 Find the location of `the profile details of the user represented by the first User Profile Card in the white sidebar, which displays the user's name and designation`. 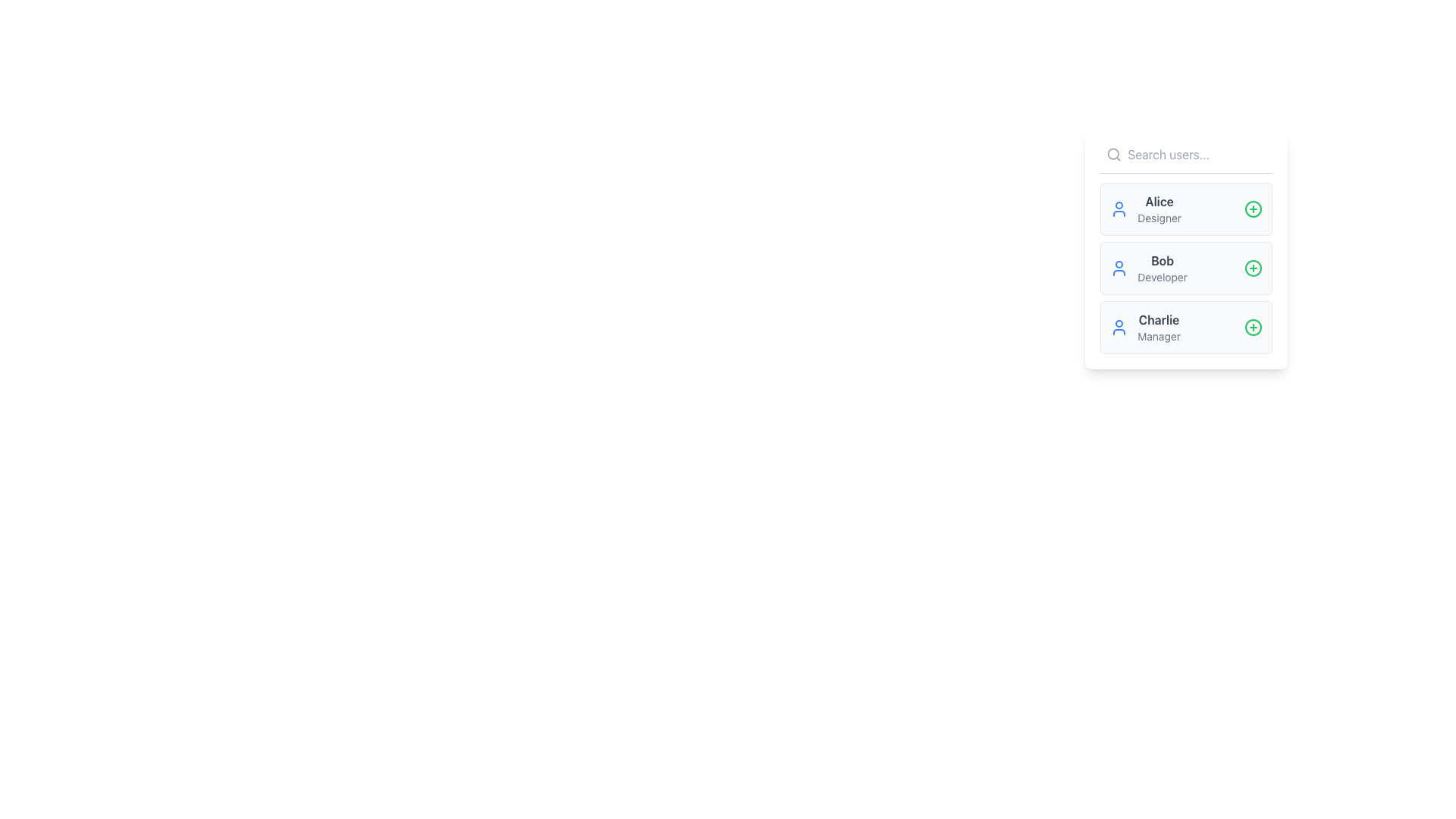

the profile details of the user represented by the first User Profile Card in the white sidebar, which displays the user's name and designation is located at coordinates (1185, 209).